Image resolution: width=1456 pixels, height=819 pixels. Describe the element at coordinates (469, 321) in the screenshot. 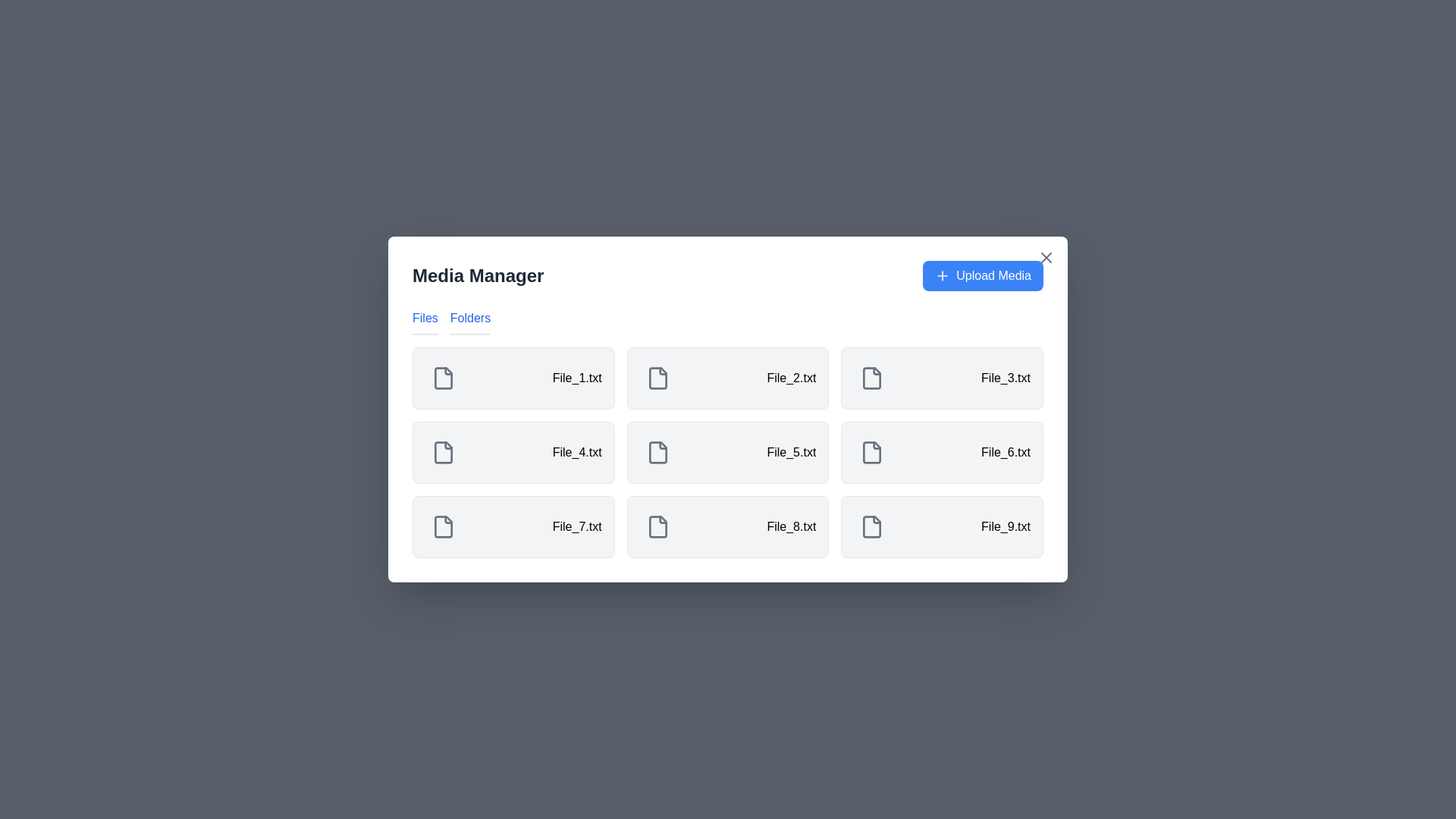

I see `the 'Folders' tab button, which is styled in blue font and appears bold and highlighted` at that location.